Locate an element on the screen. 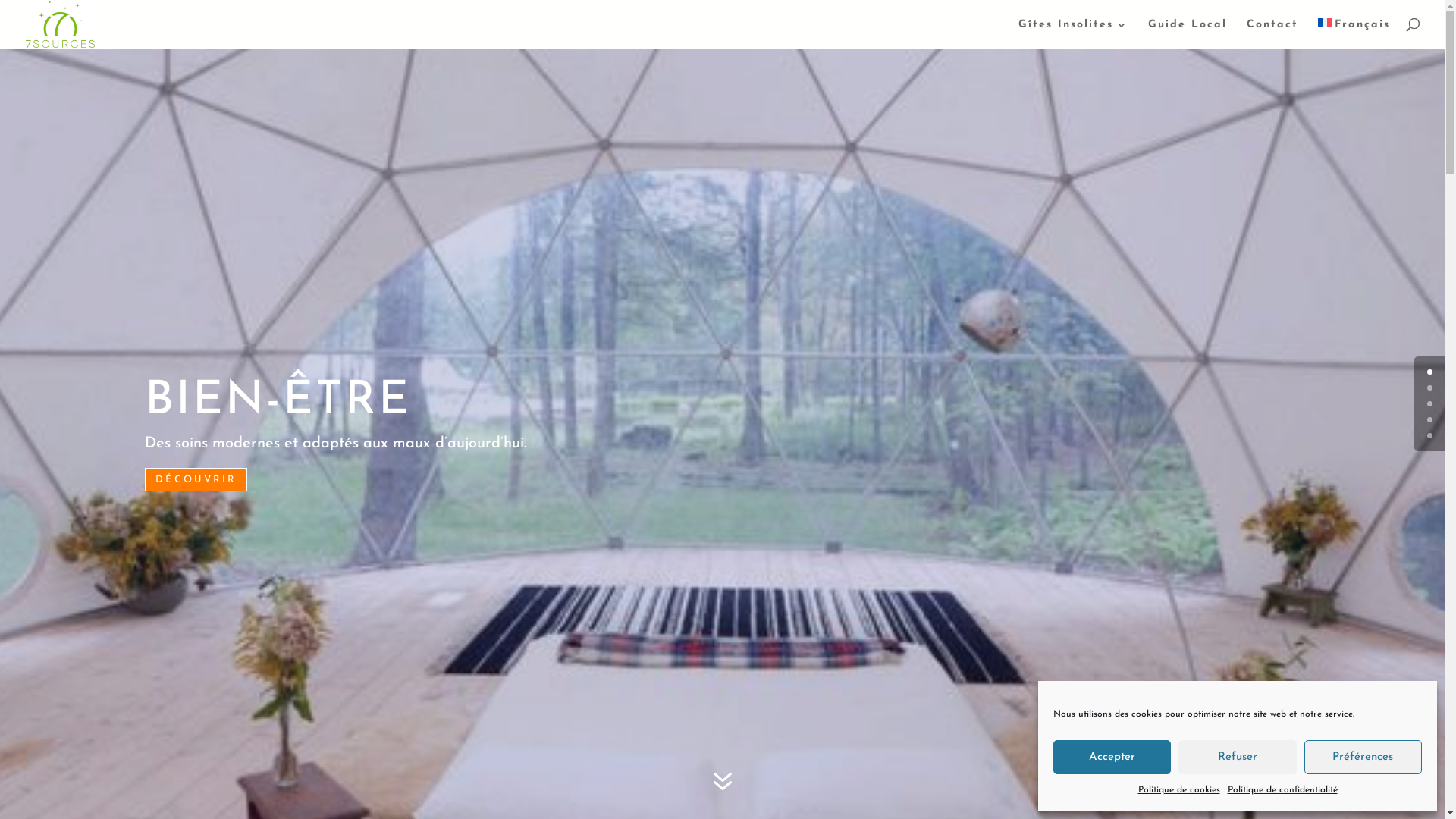 This screenshot has height=819, width=1456. '3' is located at coordinates (1426, 419).